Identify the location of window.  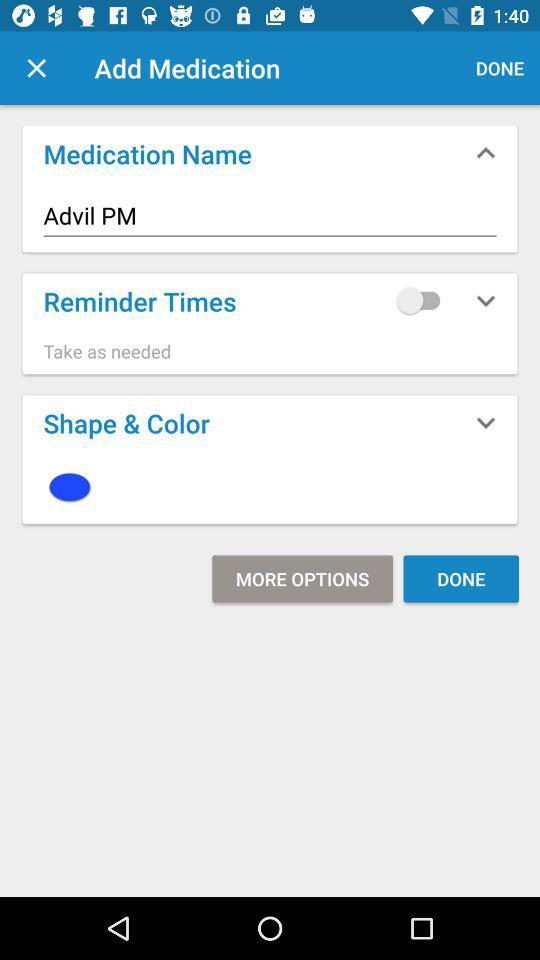
(36, 68).